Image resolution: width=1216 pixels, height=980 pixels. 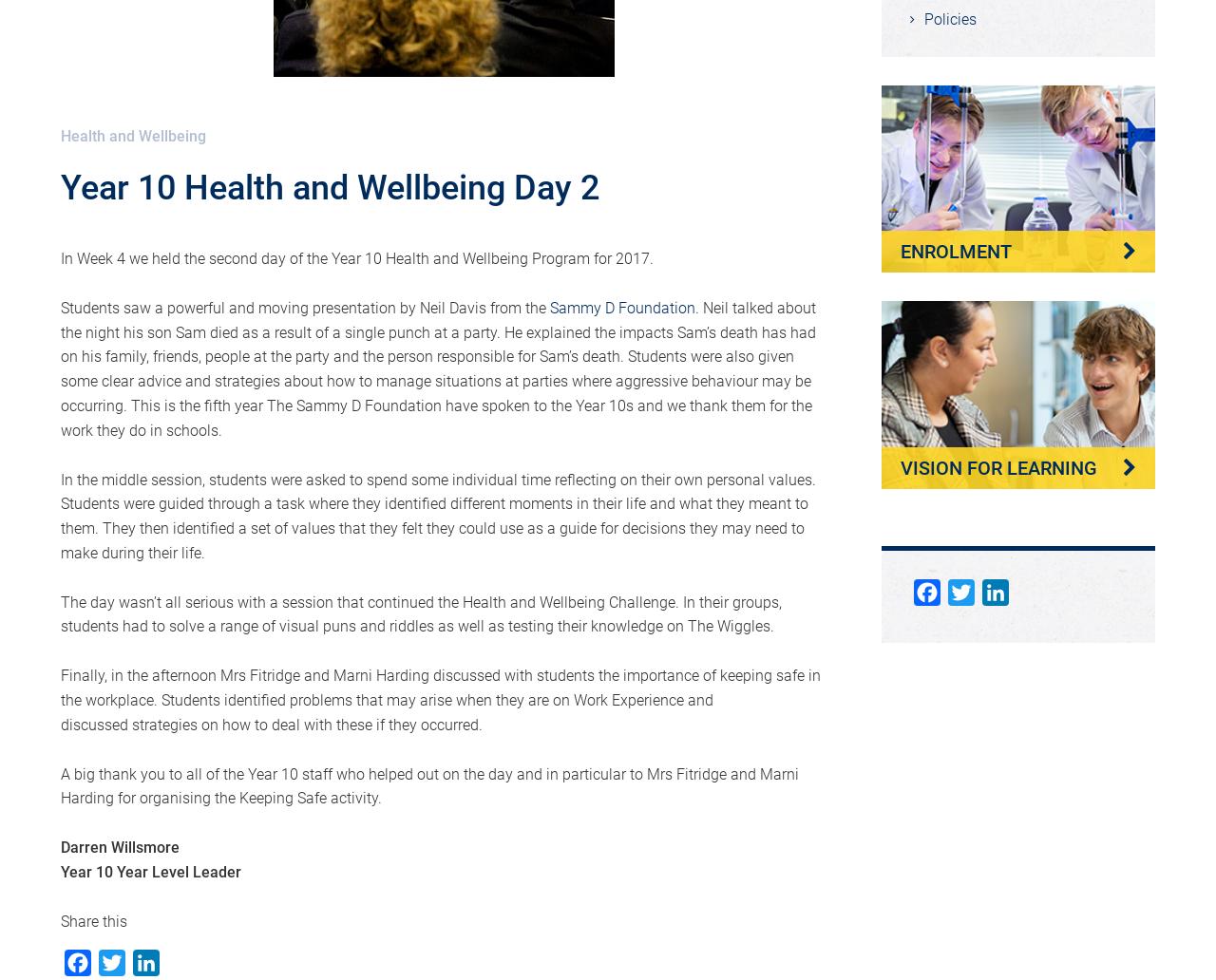 I want to click on 'Vision for Learning', so click(x=997, y=466).